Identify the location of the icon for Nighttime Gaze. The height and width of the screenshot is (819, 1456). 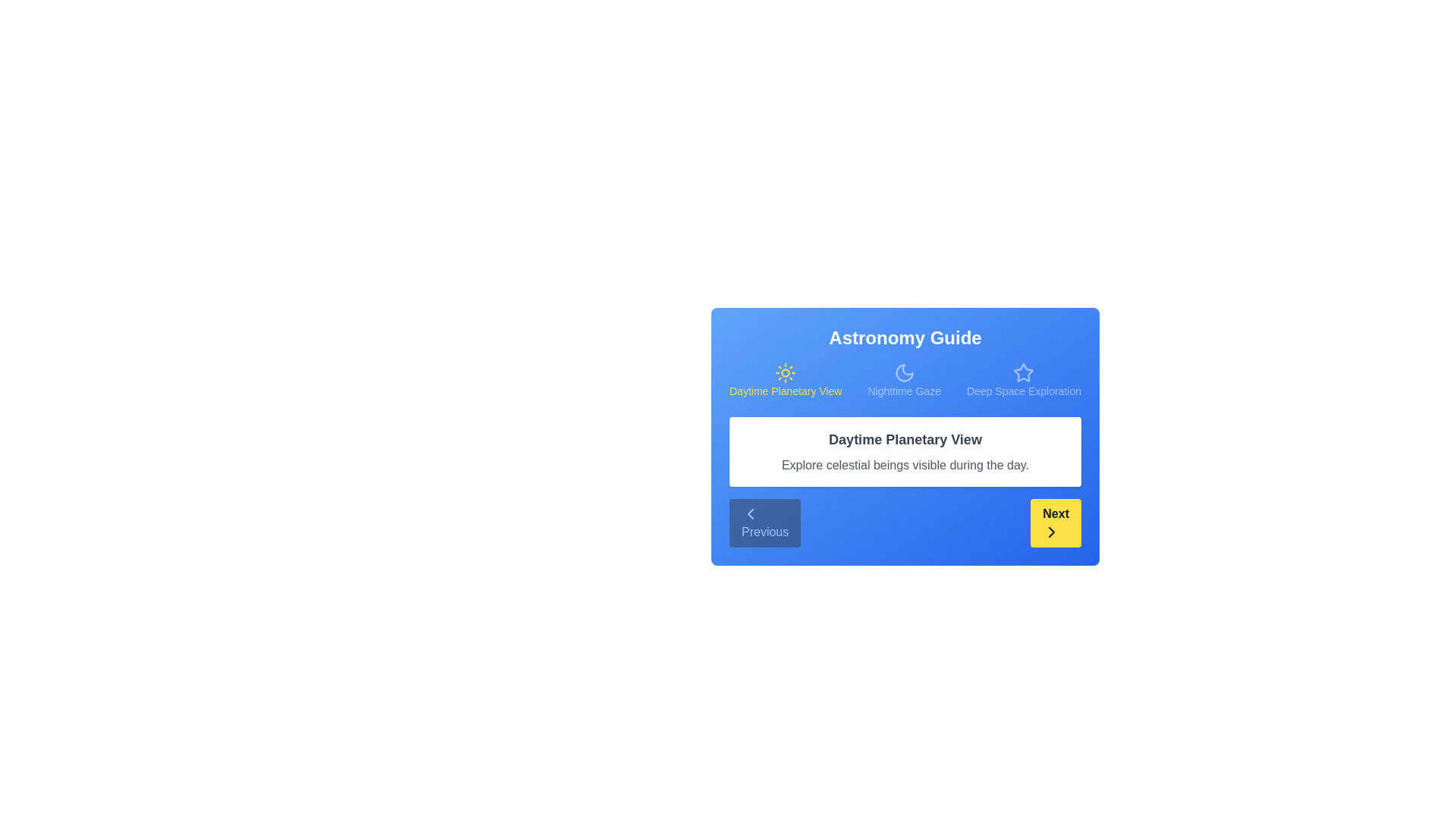
(903, 373).